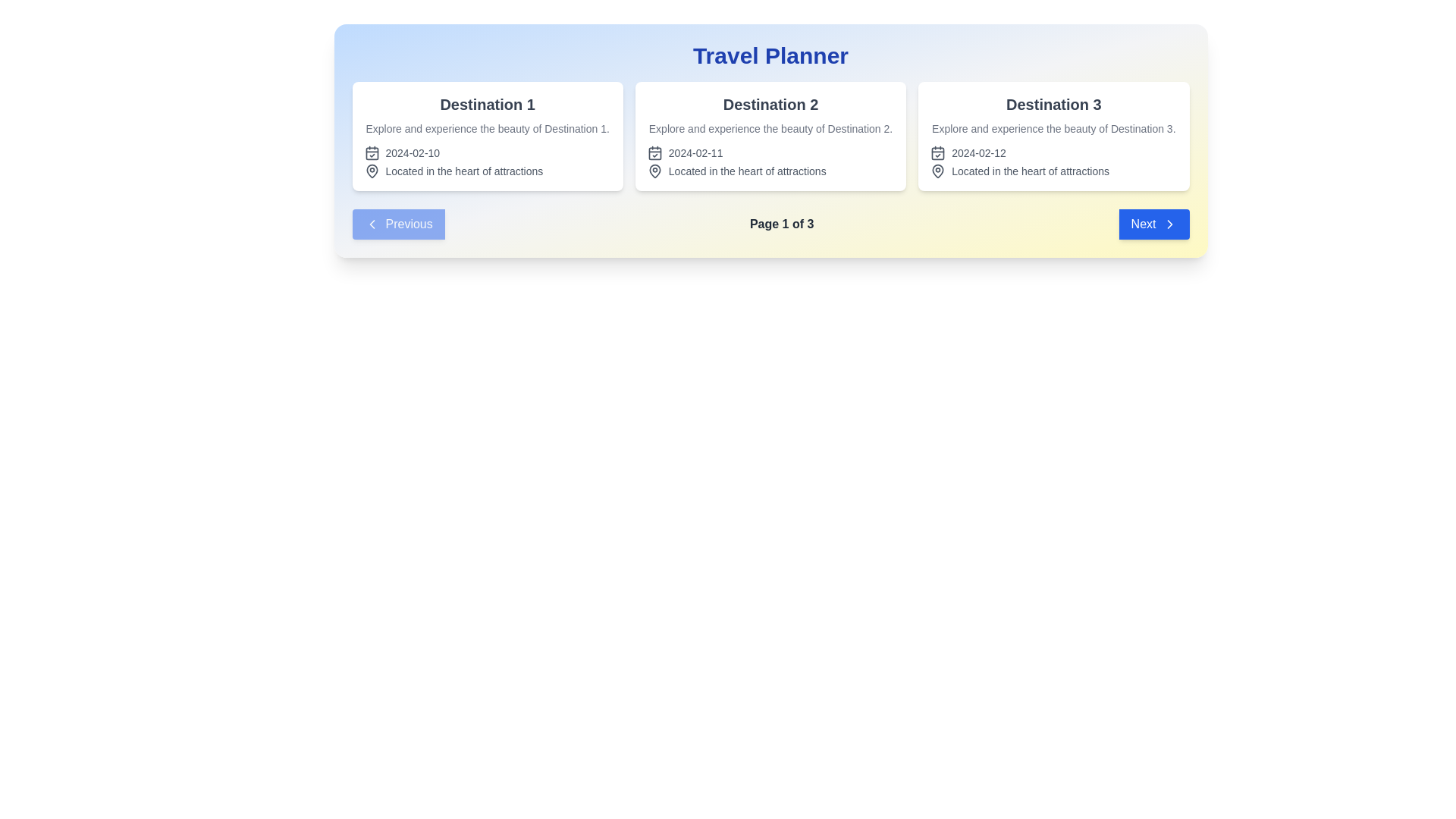 This screenshot has width=1456, height=819. What do you see at coordinates (654, 152) in the screenshot?
I see `the compact calendar icon with a check mark located at the top-left corner of the 'Destination 2' card` at bounding box center [654, 152].